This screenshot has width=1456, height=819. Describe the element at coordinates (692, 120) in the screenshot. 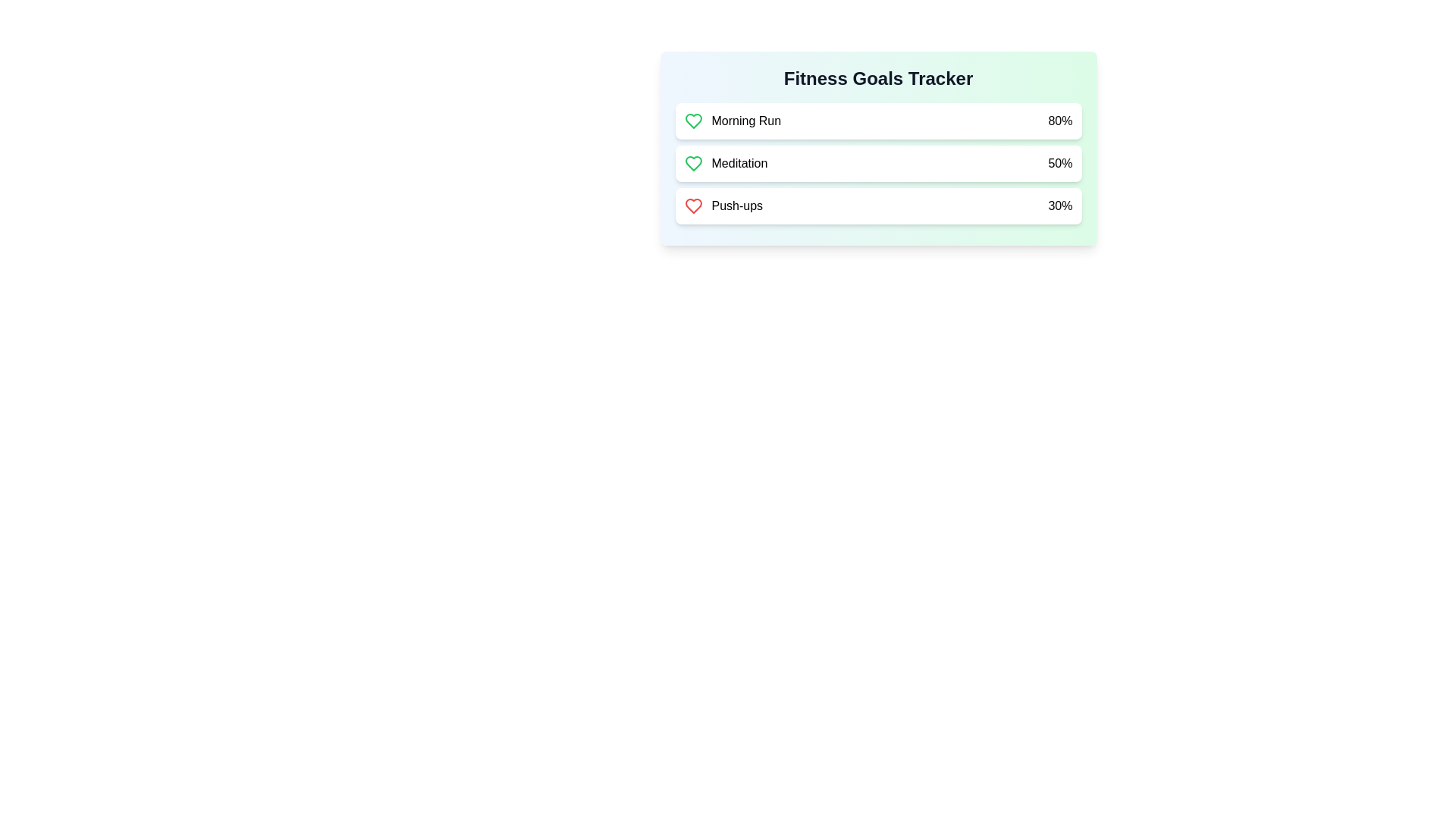

I see `the heart-shaped icon representing 'Morning Run'` at that location.